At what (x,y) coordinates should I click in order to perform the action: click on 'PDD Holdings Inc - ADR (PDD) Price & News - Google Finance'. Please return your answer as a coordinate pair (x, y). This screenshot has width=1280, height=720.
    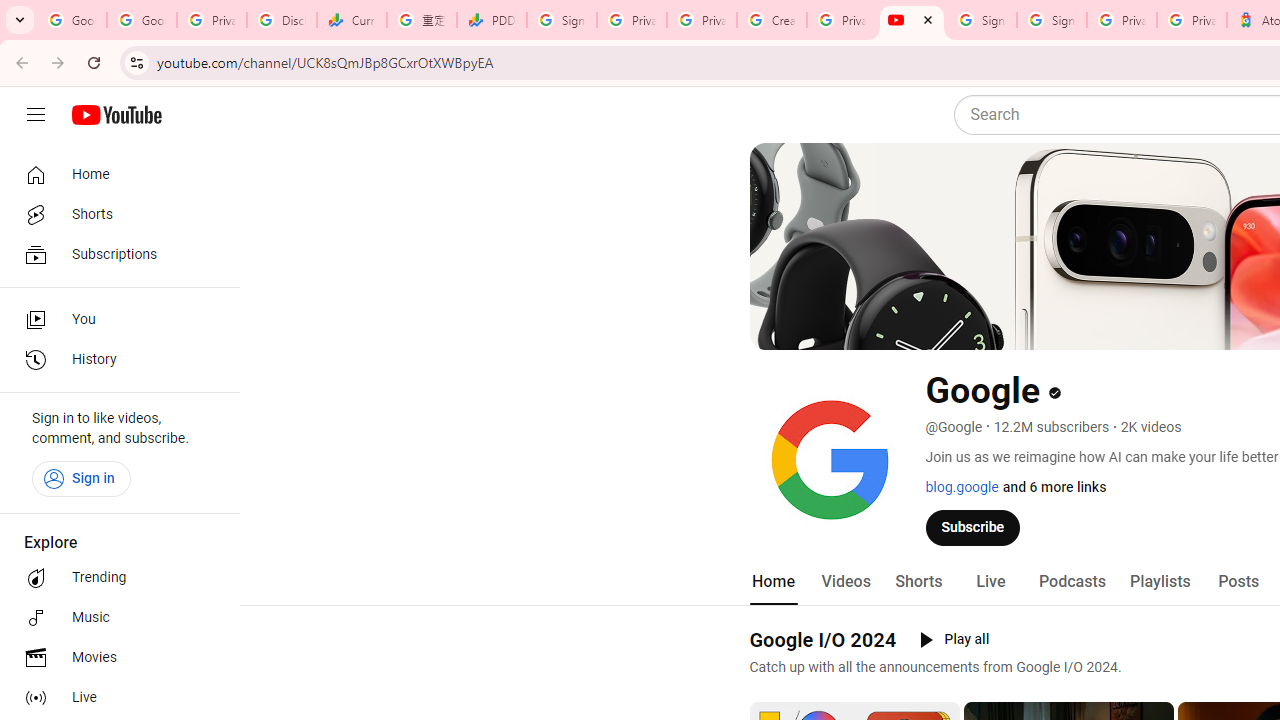
    Looking at the image, I should click on (492, 20).